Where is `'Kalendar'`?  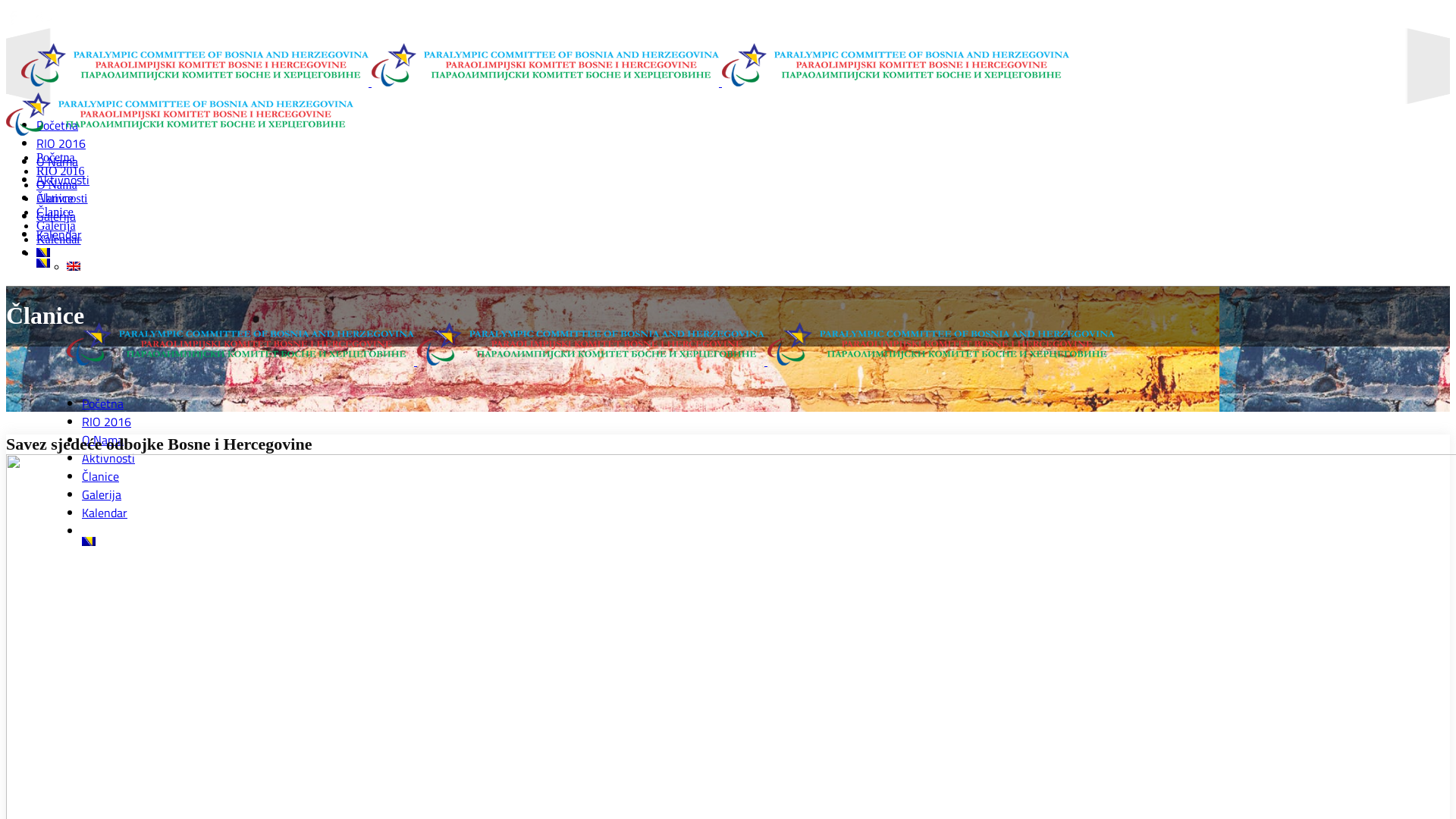 'Kalendar' is located at coordinates (104, 512).